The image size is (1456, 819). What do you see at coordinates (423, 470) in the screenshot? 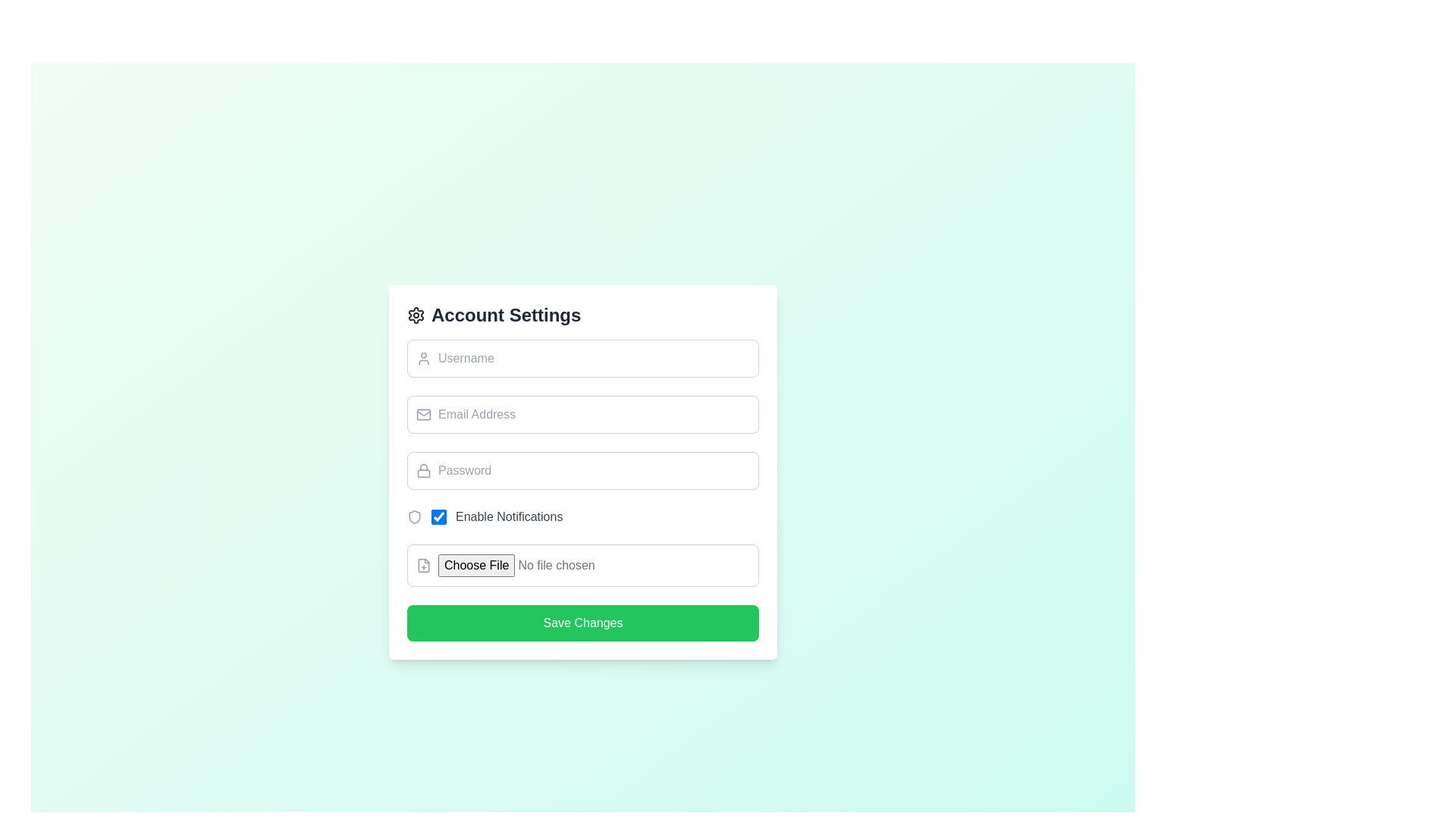
I see `the padlock icon located to the left side of the 'Password' input field, which has a minimalistic gray design` at bounding box center [423, 470].